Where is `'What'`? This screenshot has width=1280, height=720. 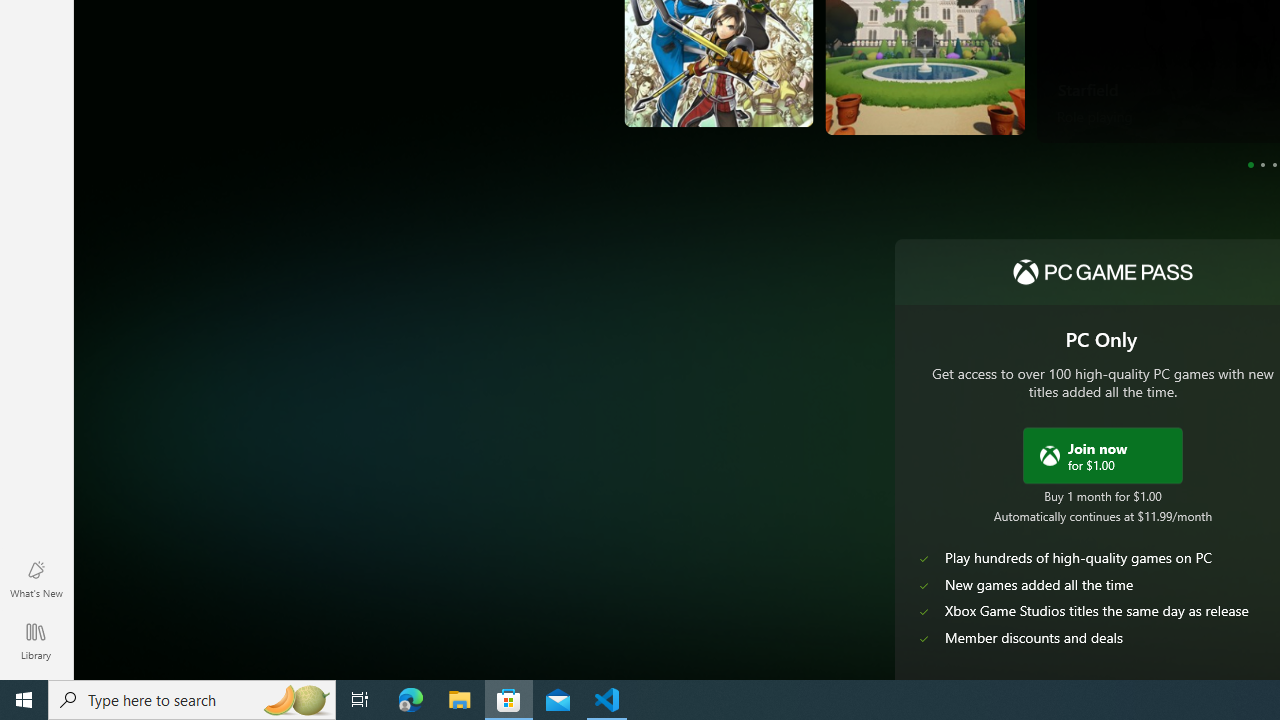 'What' is located at coordinates (35, 578).